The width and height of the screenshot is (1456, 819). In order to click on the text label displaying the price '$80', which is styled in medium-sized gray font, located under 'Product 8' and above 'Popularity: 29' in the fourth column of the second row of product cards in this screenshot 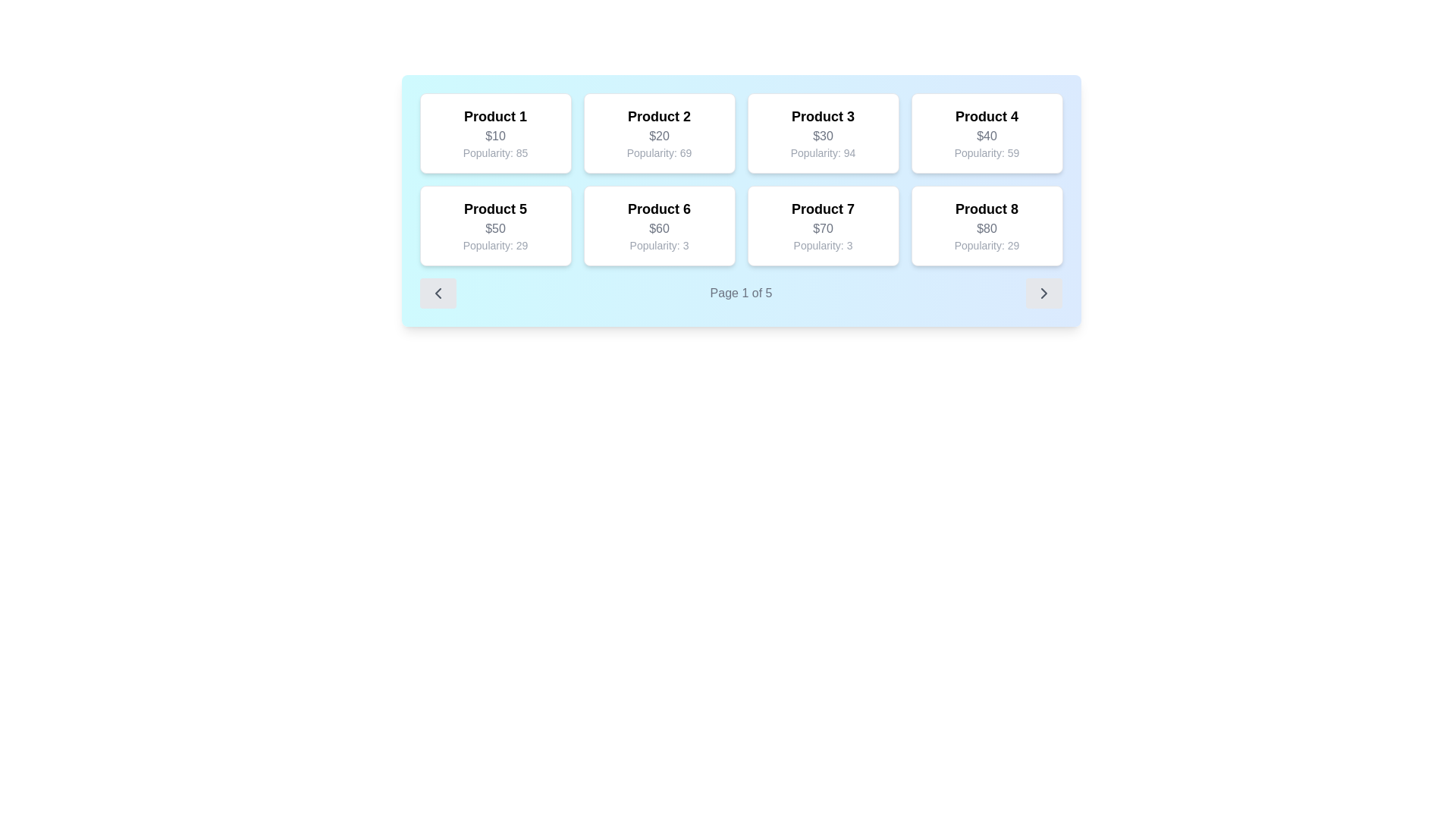, I will do `click(987, 228)`.